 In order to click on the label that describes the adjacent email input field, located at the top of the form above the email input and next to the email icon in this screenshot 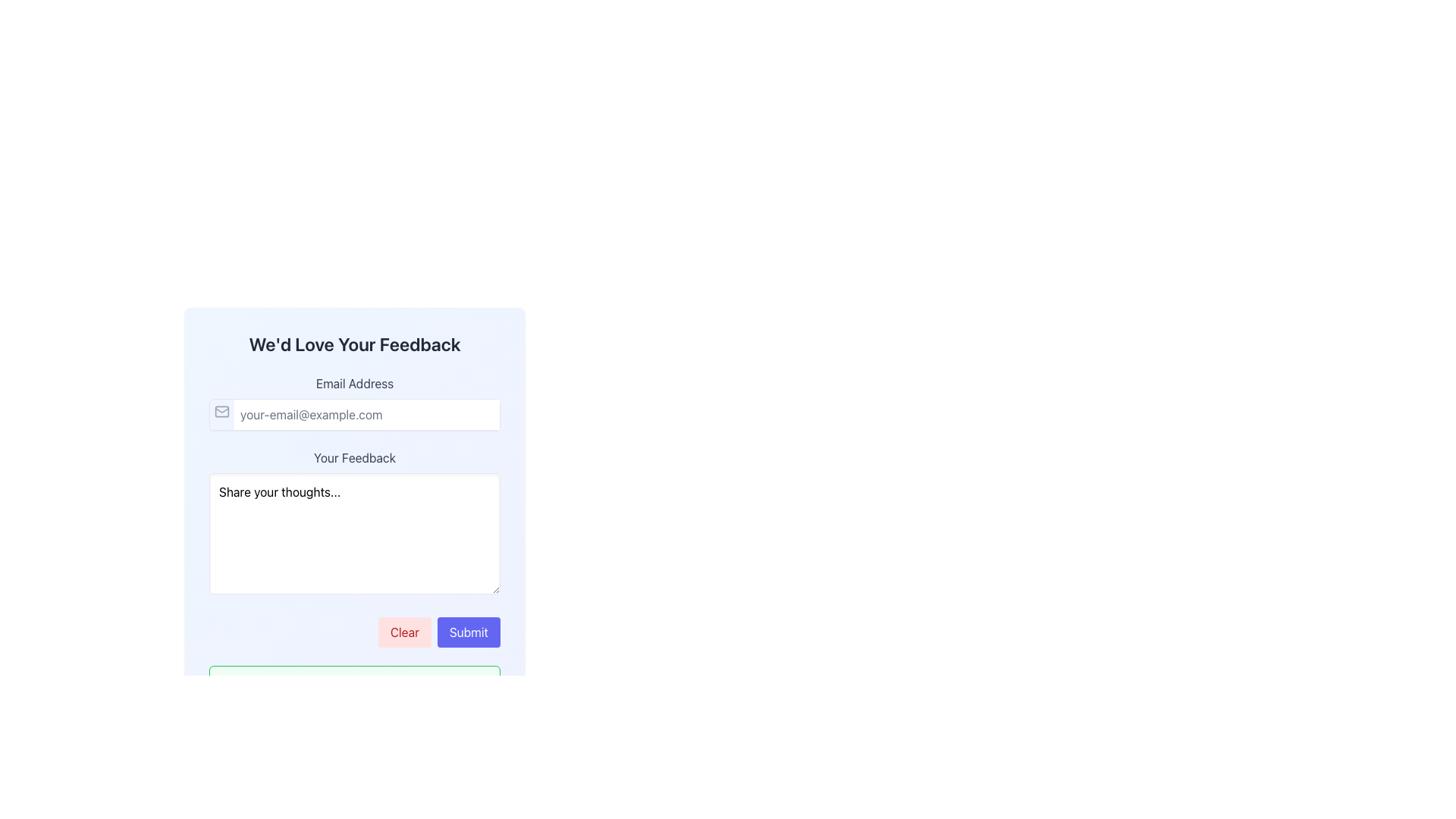, I will do `click(353, 382)`.